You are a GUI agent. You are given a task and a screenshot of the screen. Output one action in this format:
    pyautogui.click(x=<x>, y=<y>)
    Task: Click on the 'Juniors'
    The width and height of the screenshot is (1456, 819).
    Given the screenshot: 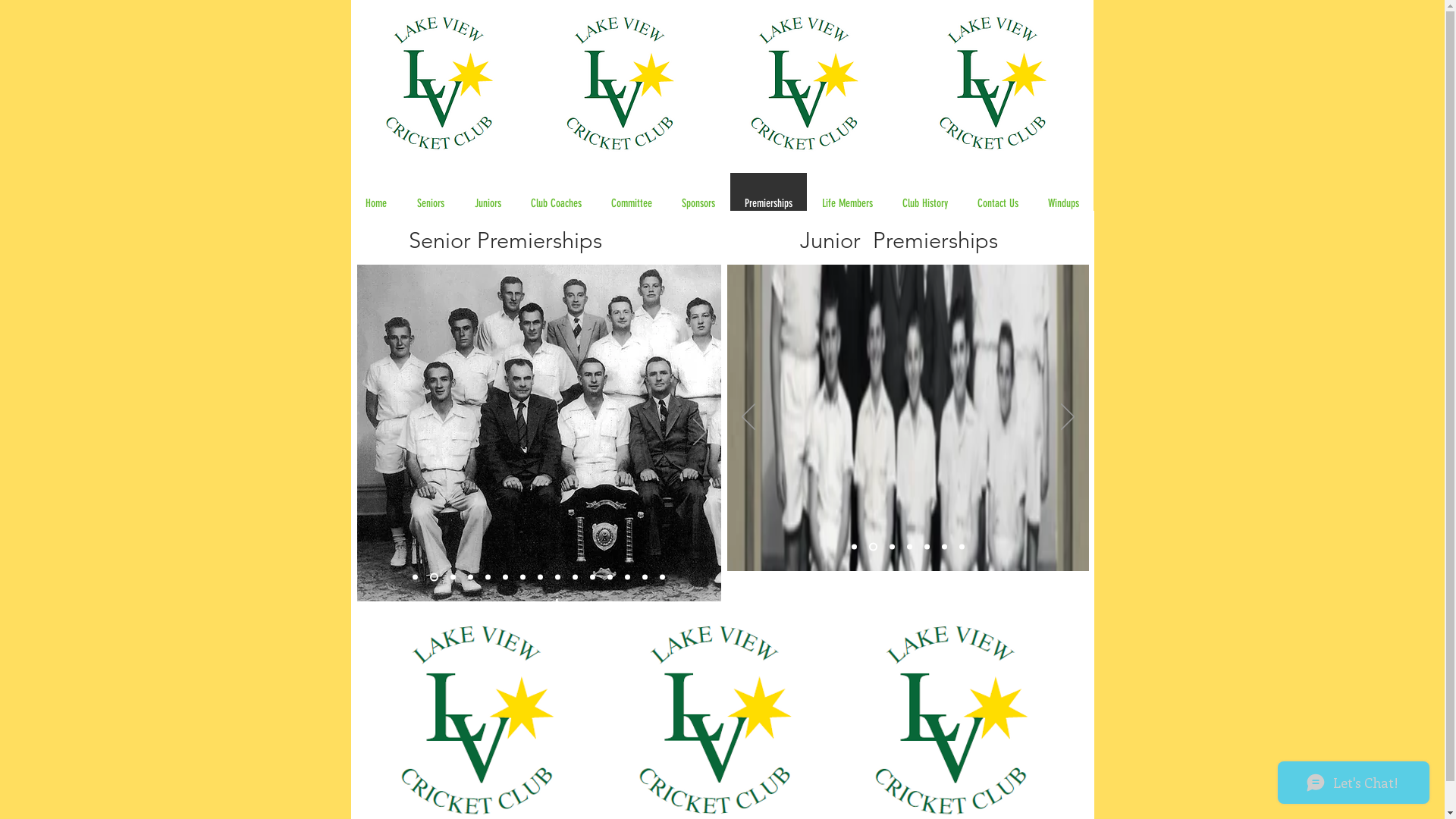 What is the action you would take?
    pyautogui.click(x=488, y=202)
    